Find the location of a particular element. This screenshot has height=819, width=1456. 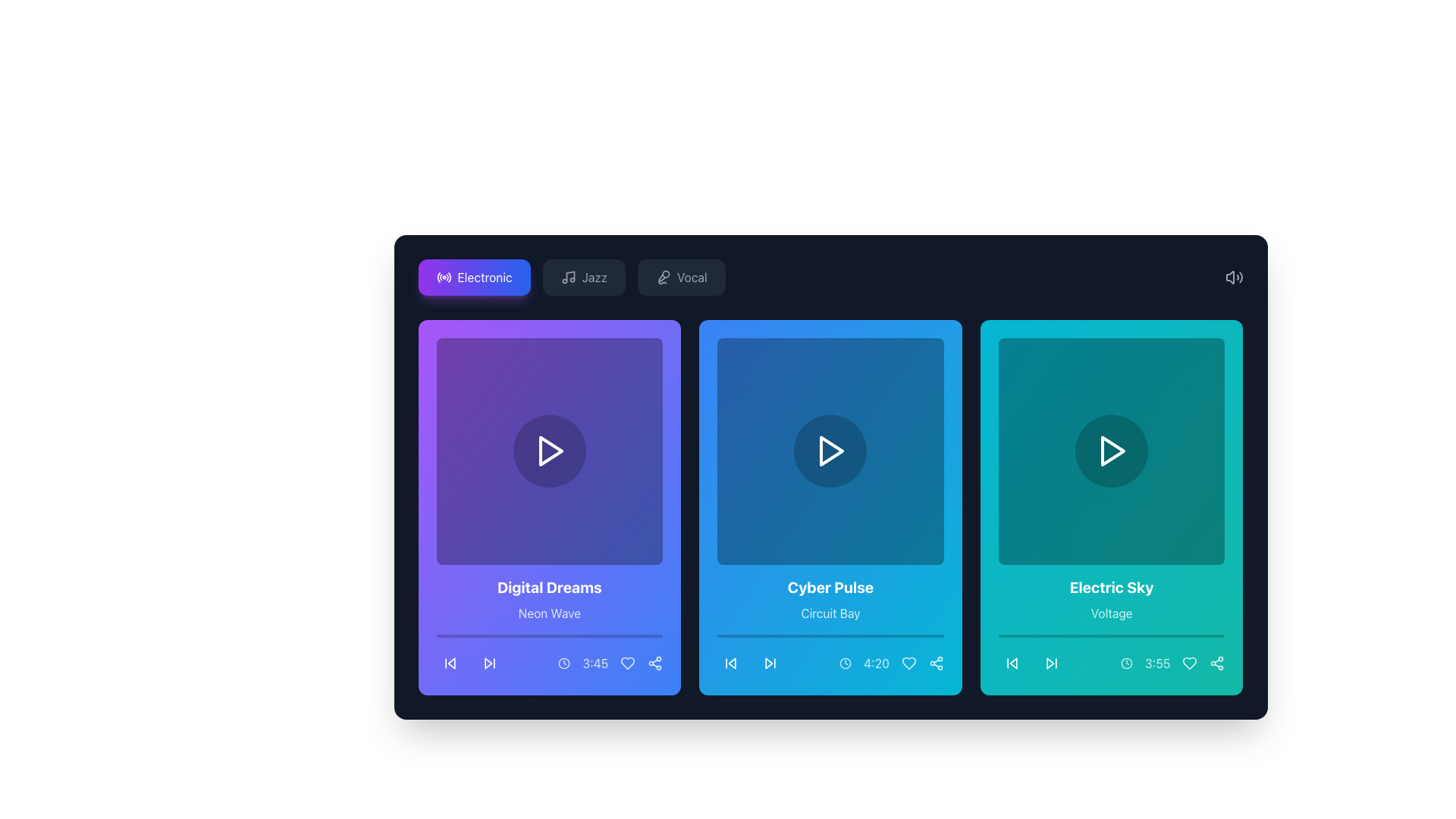

the Music track card displaying details of a music track titled 'Digital Dreams' located in the bottom section of the purple gradient card is located at coordinates (548, 626).